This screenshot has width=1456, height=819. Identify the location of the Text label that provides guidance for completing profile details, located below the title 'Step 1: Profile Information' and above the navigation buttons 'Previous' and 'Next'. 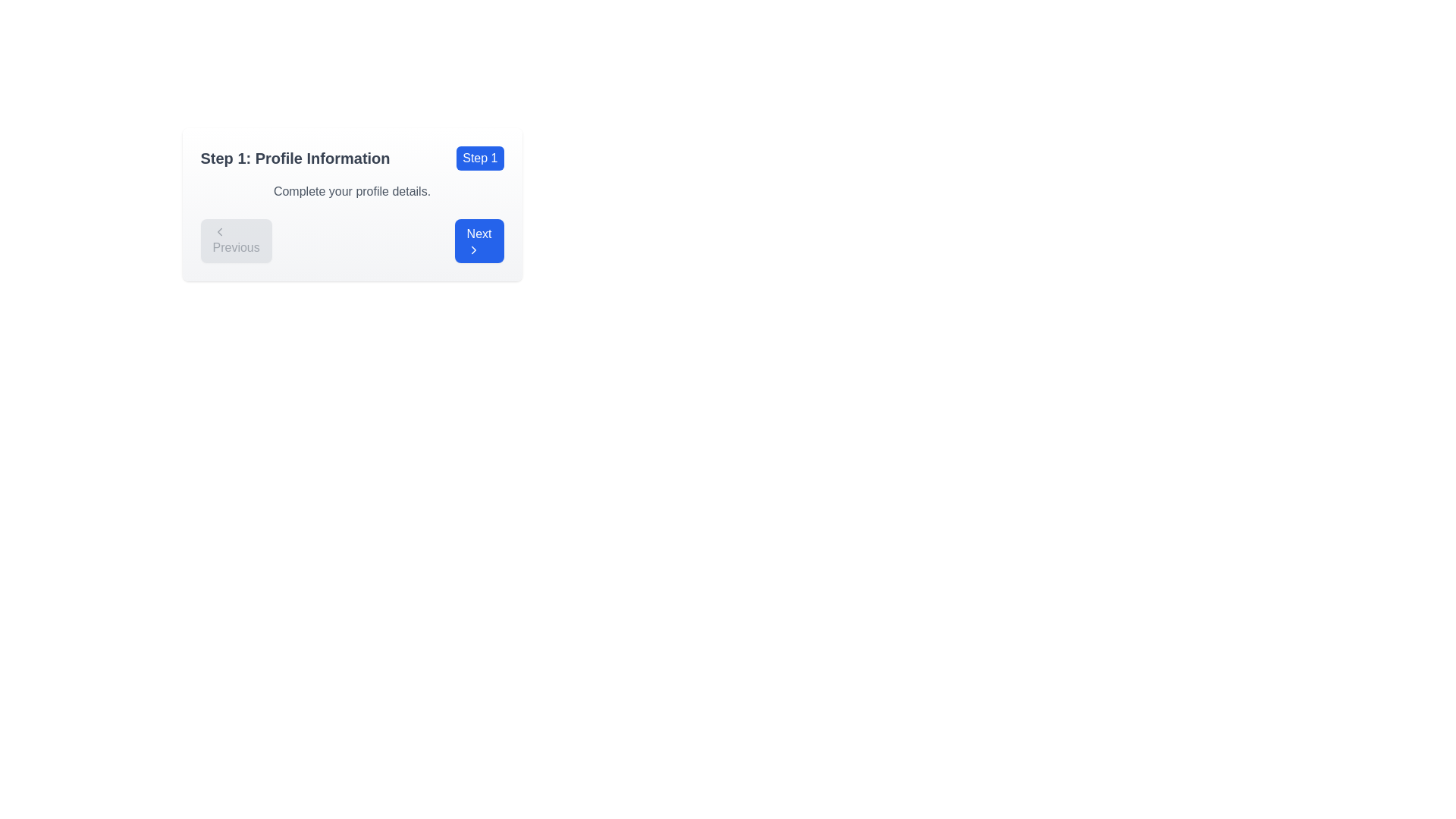
(351, 191).